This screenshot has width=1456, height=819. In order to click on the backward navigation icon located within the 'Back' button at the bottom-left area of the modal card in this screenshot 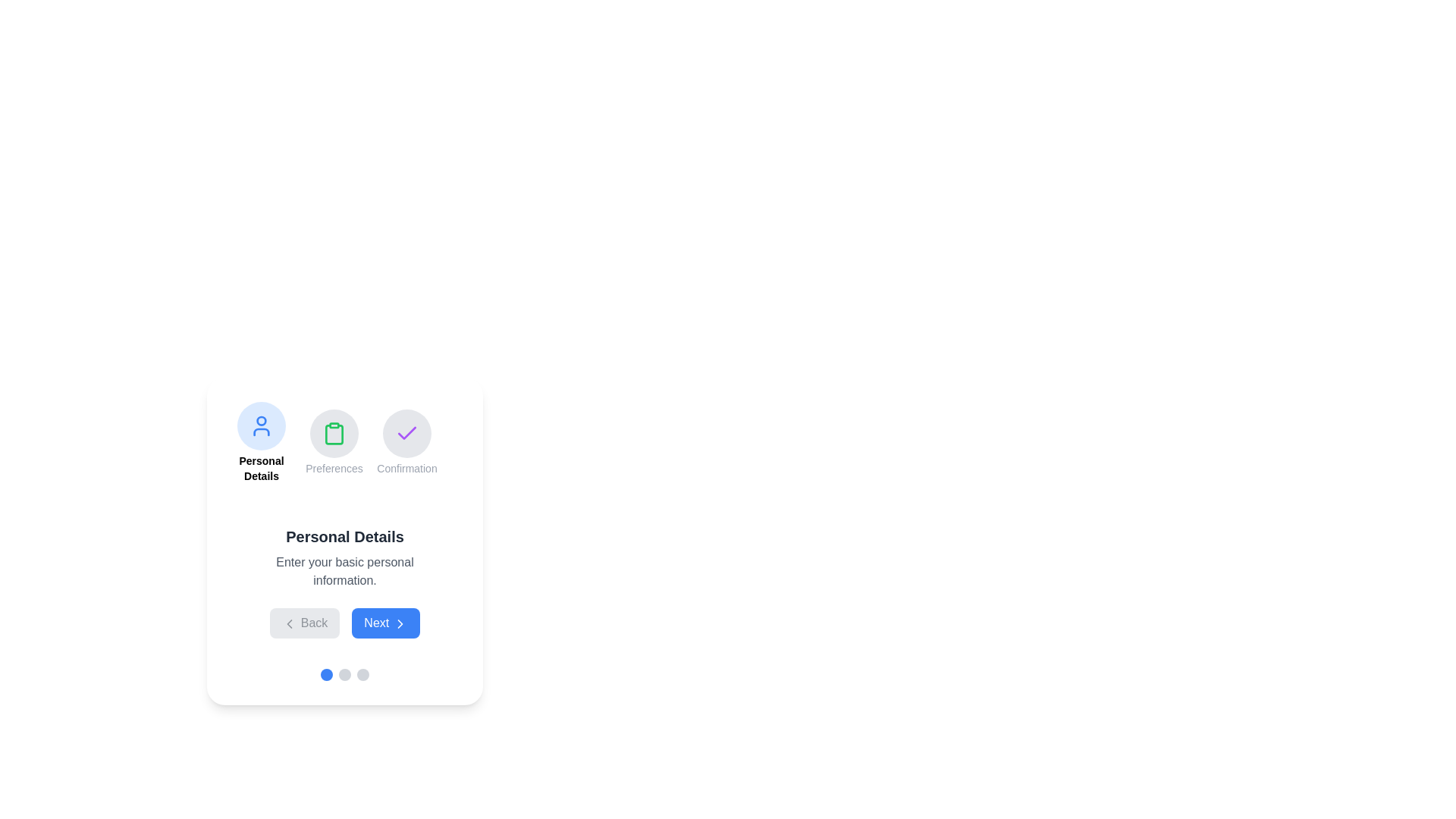, I will do `click(290, 623)`.